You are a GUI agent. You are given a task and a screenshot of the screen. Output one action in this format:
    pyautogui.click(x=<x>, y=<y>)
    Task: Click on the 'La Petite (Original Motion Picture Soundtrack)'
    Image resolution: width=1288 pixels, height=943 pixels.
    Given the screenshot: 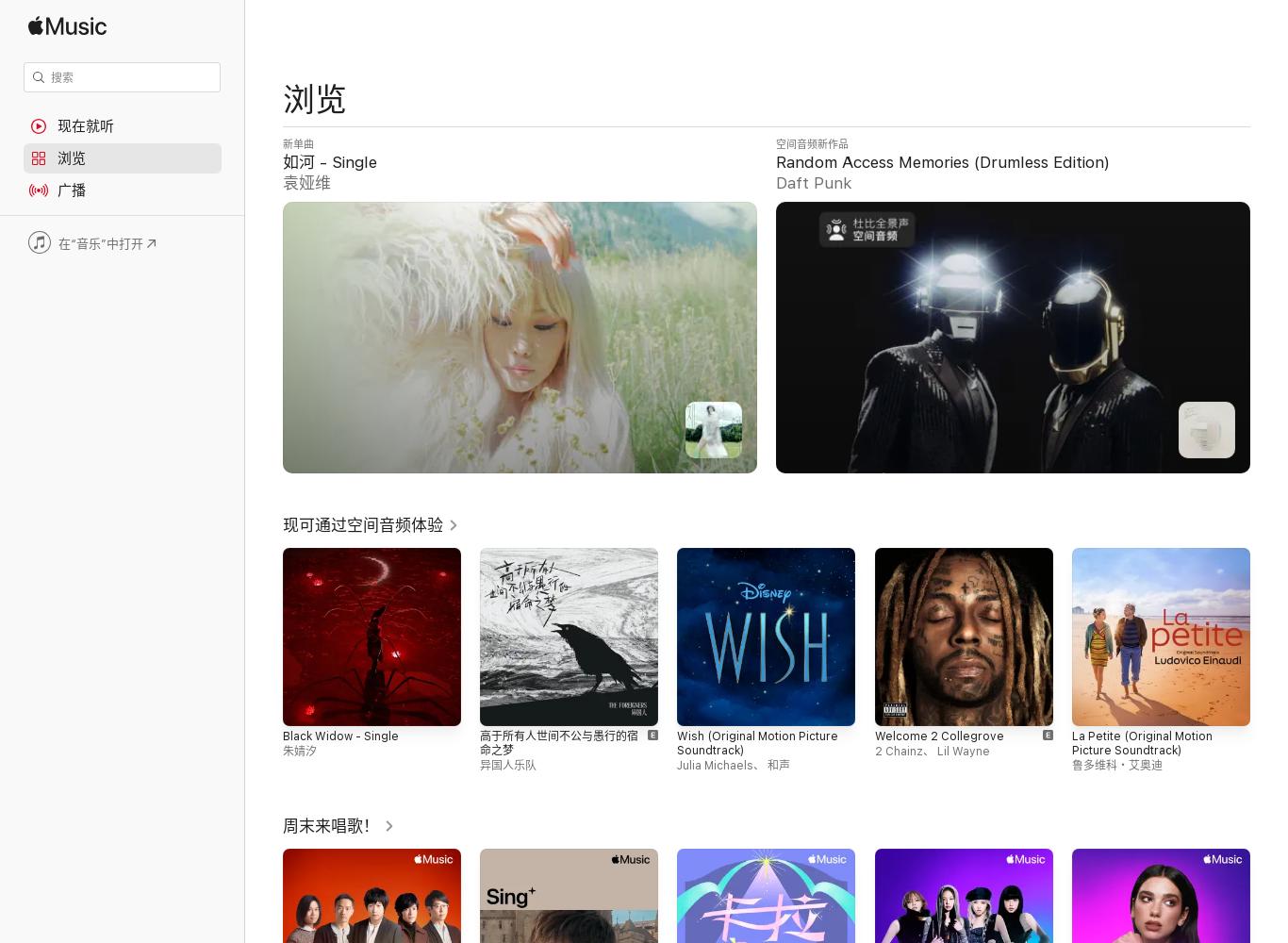 What is the action you would take?
    pyautogui.click(x=1141, y=743)
    